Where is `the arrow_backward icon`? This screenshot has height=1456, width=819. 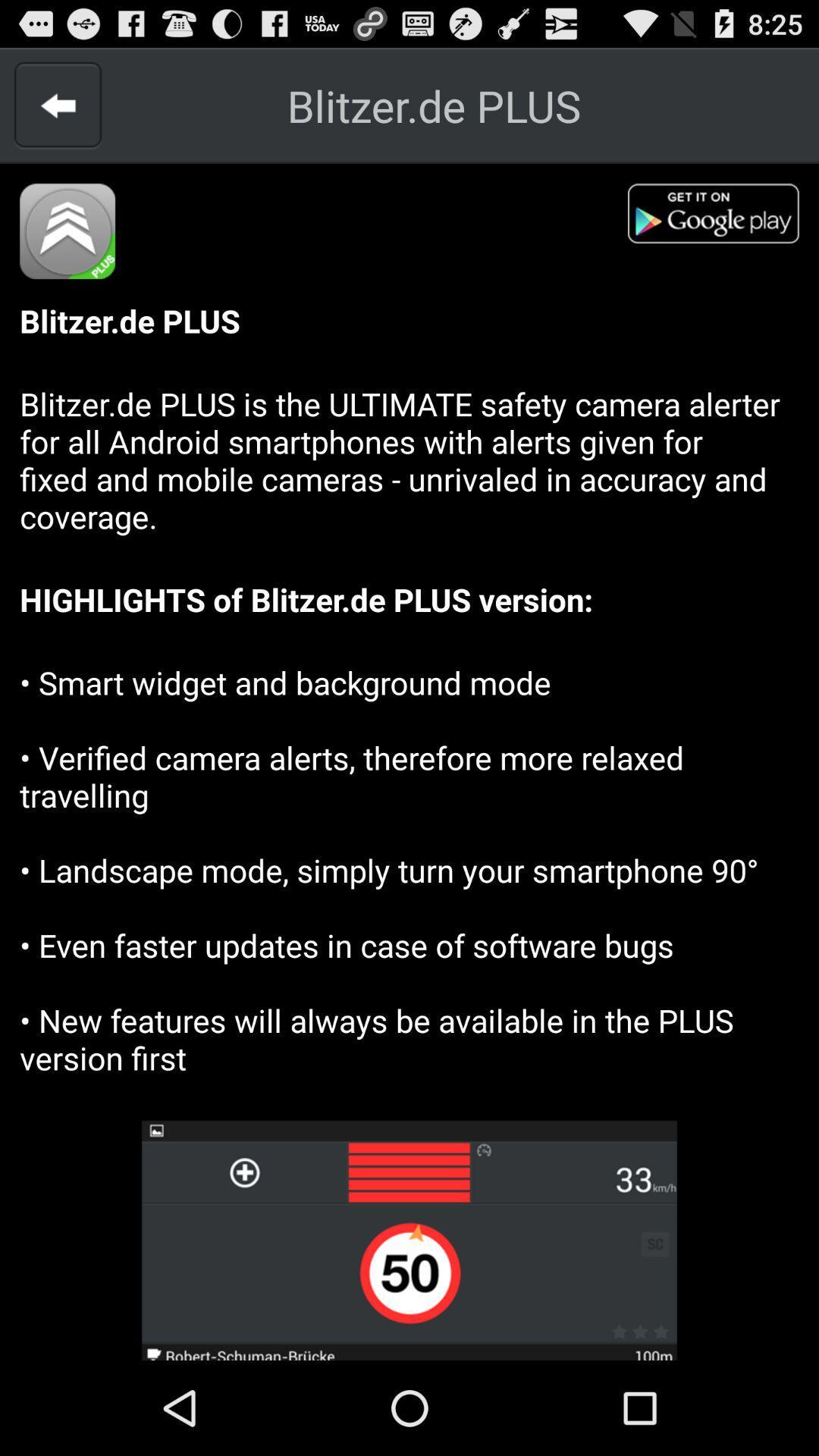
the arrow_backward icon is located at coordinates (57, 112).